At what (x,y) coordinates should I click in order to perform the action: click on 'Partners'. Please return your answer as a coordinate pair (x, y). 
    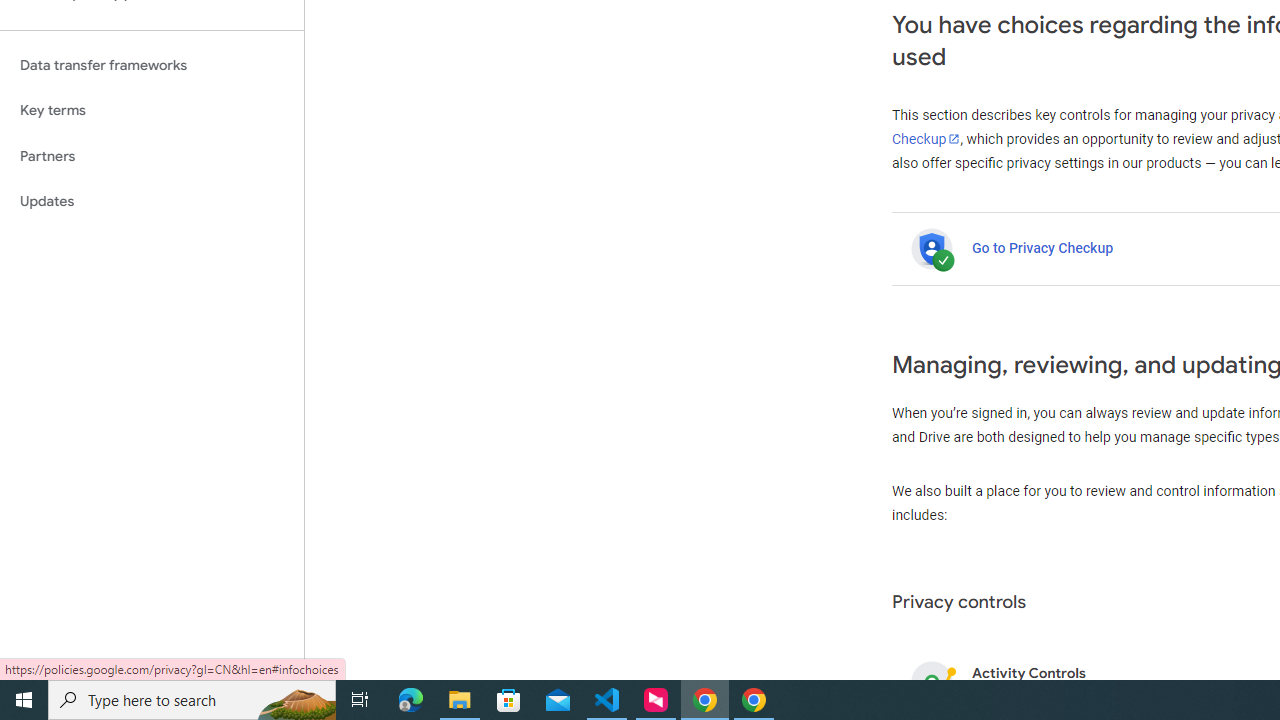
    Looking at the image, I should click on (151, 155).